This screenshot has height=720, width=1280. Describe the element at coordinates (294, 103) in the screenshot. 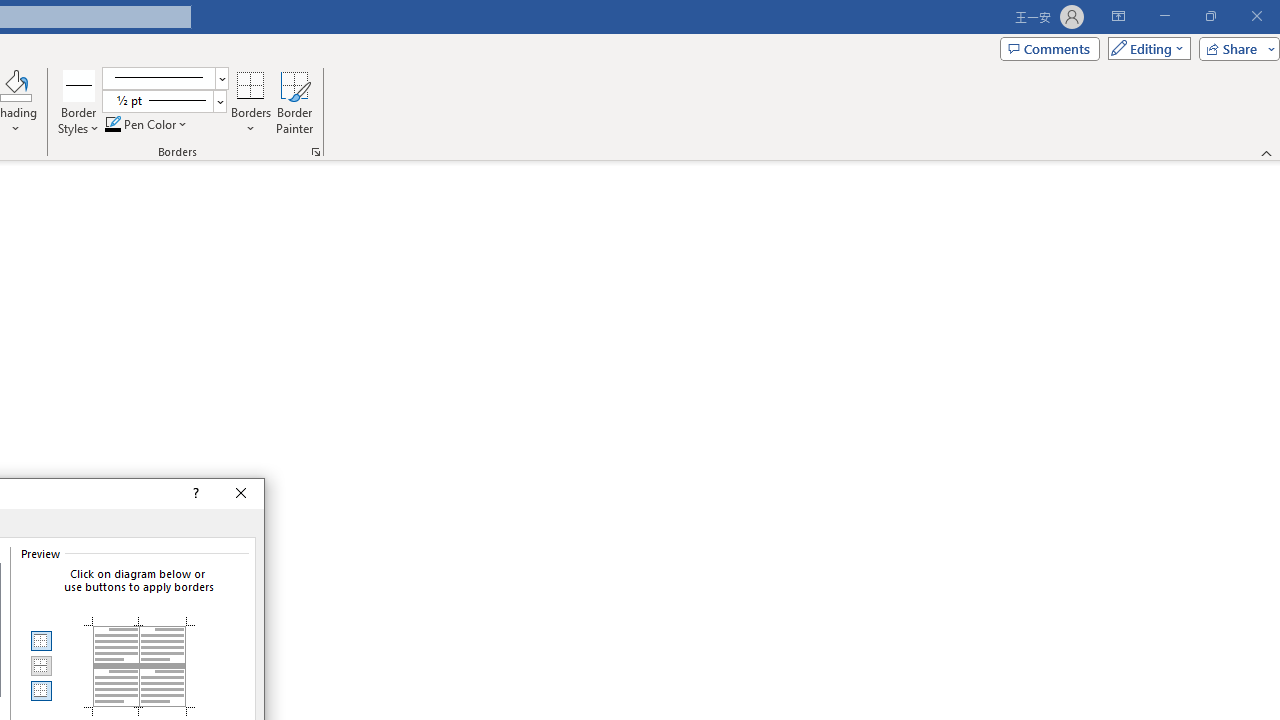

I see `'Border Painter'` at that location.